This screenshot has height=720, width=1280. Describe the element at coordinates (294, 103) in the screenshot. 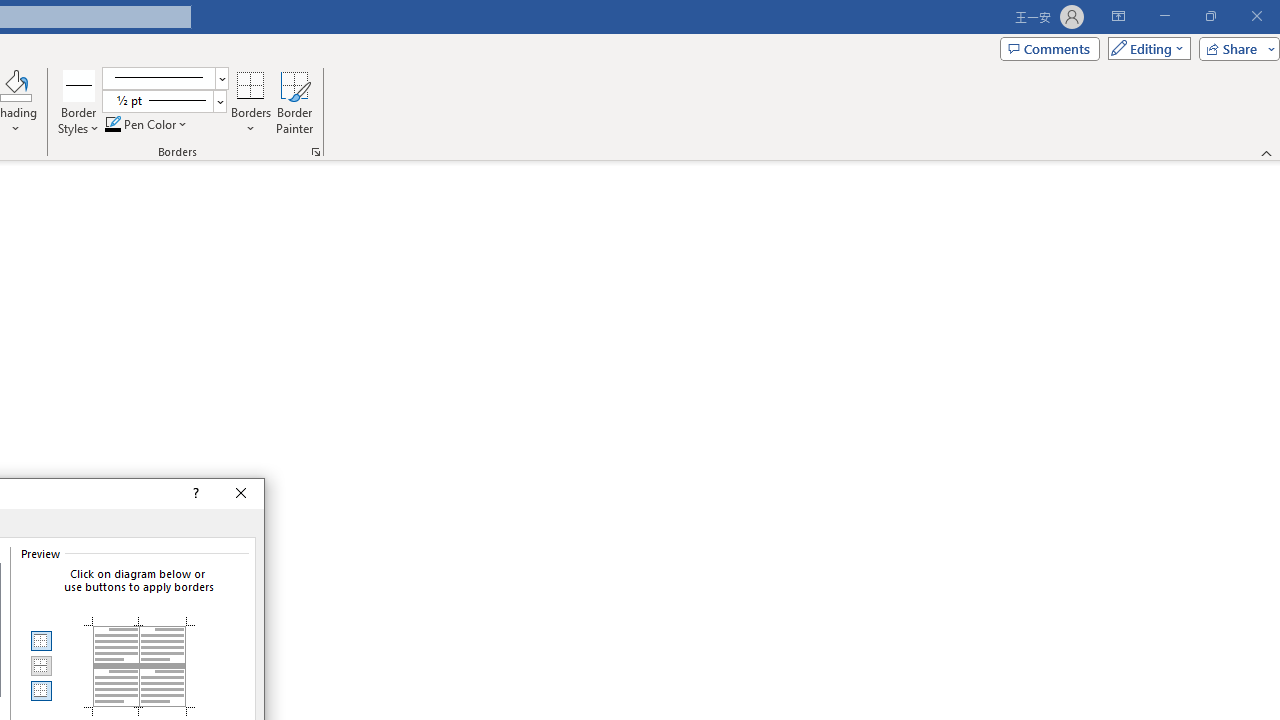

I see `'Border Painter'` at that location.